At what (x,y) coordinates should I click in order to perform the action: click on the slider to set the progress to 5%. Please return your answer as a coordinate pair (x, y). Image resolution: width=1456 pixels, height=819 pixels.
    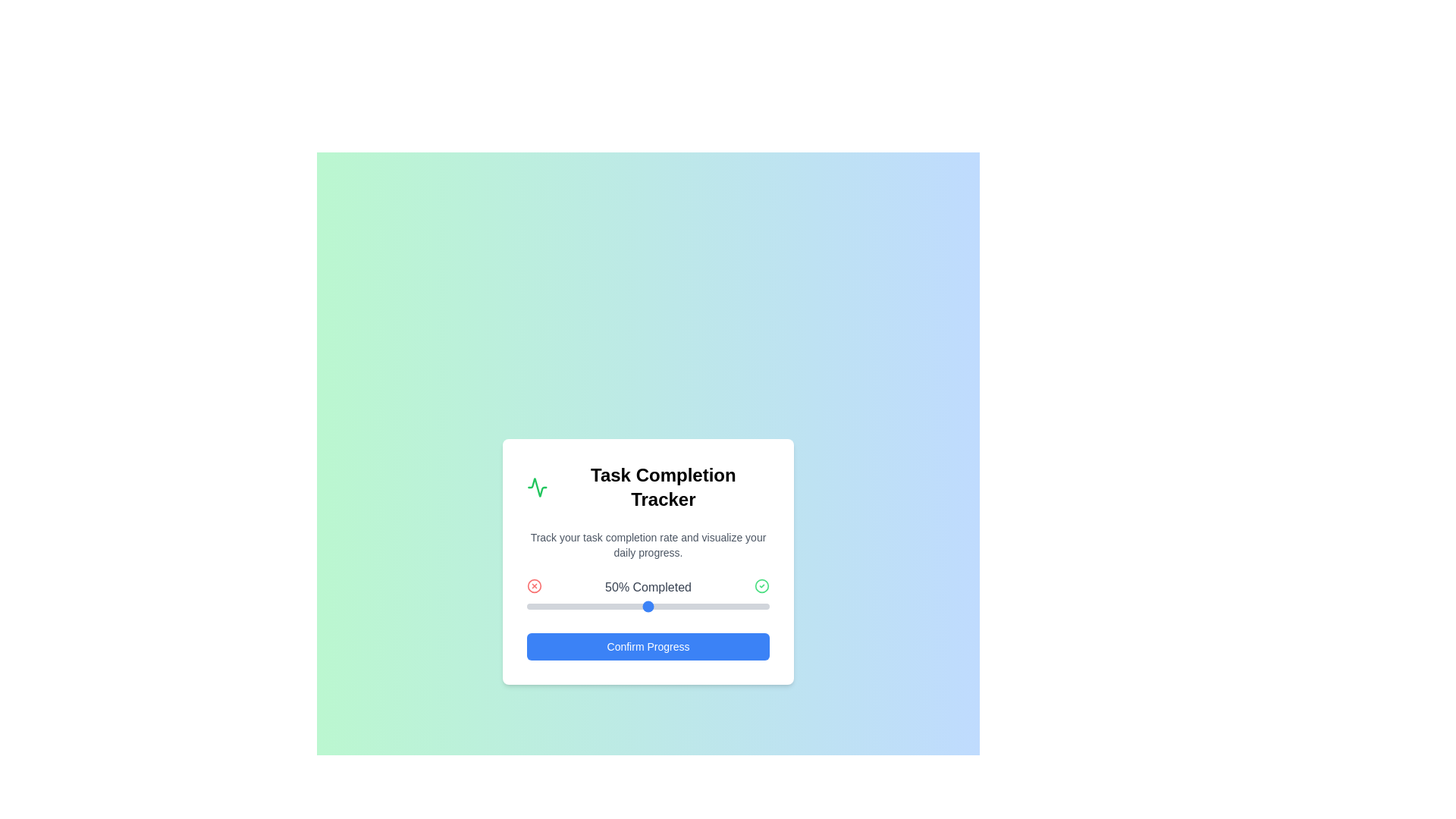
    Looking at the image, I should click on (538, 605).